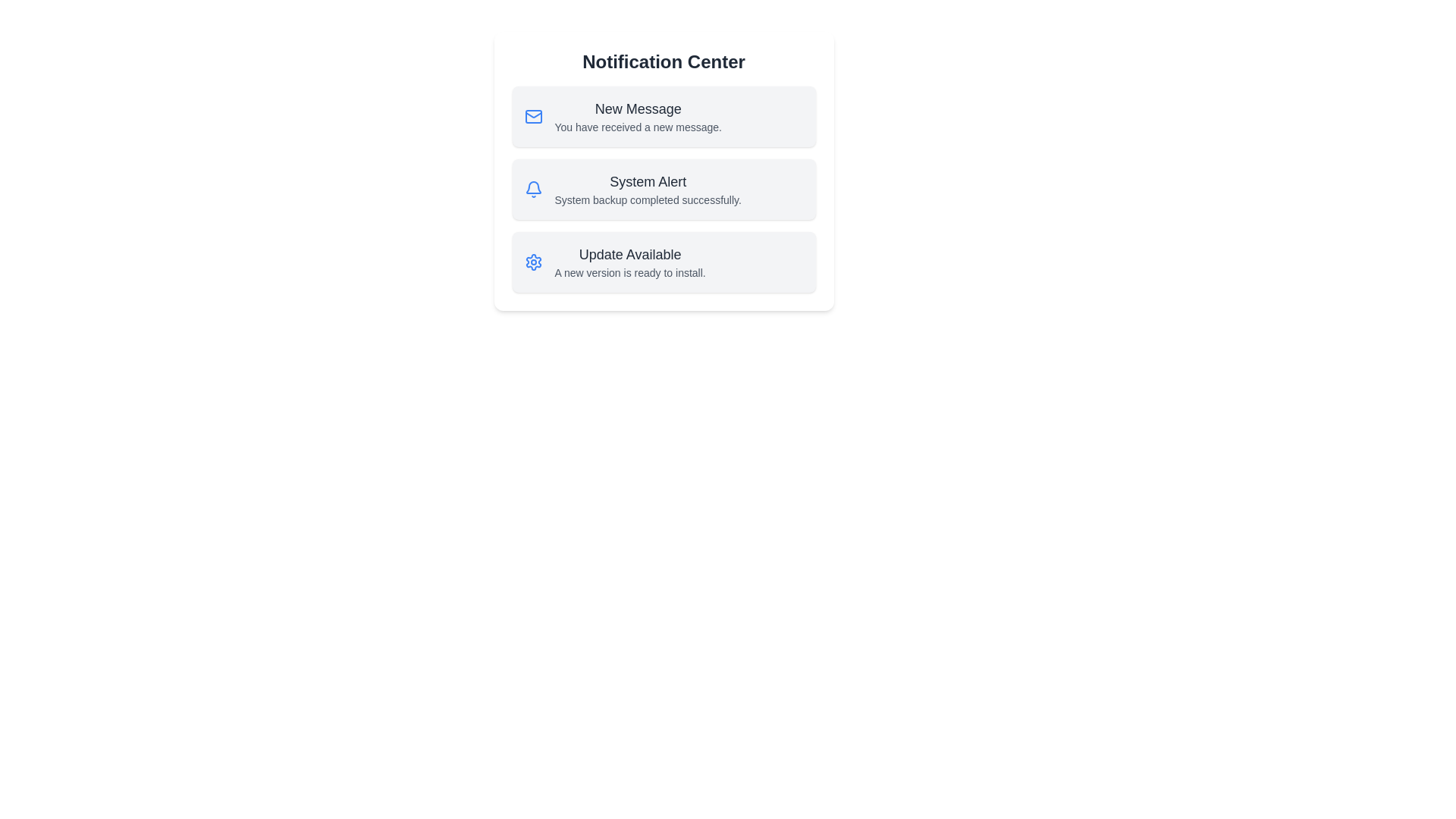  Describe the element at coordinates (648, 199) in the screenshot. I see `text label displaying the message 'System backup completed successfully.' located under the 'System Alert' heading in the Notification Center` at that location.